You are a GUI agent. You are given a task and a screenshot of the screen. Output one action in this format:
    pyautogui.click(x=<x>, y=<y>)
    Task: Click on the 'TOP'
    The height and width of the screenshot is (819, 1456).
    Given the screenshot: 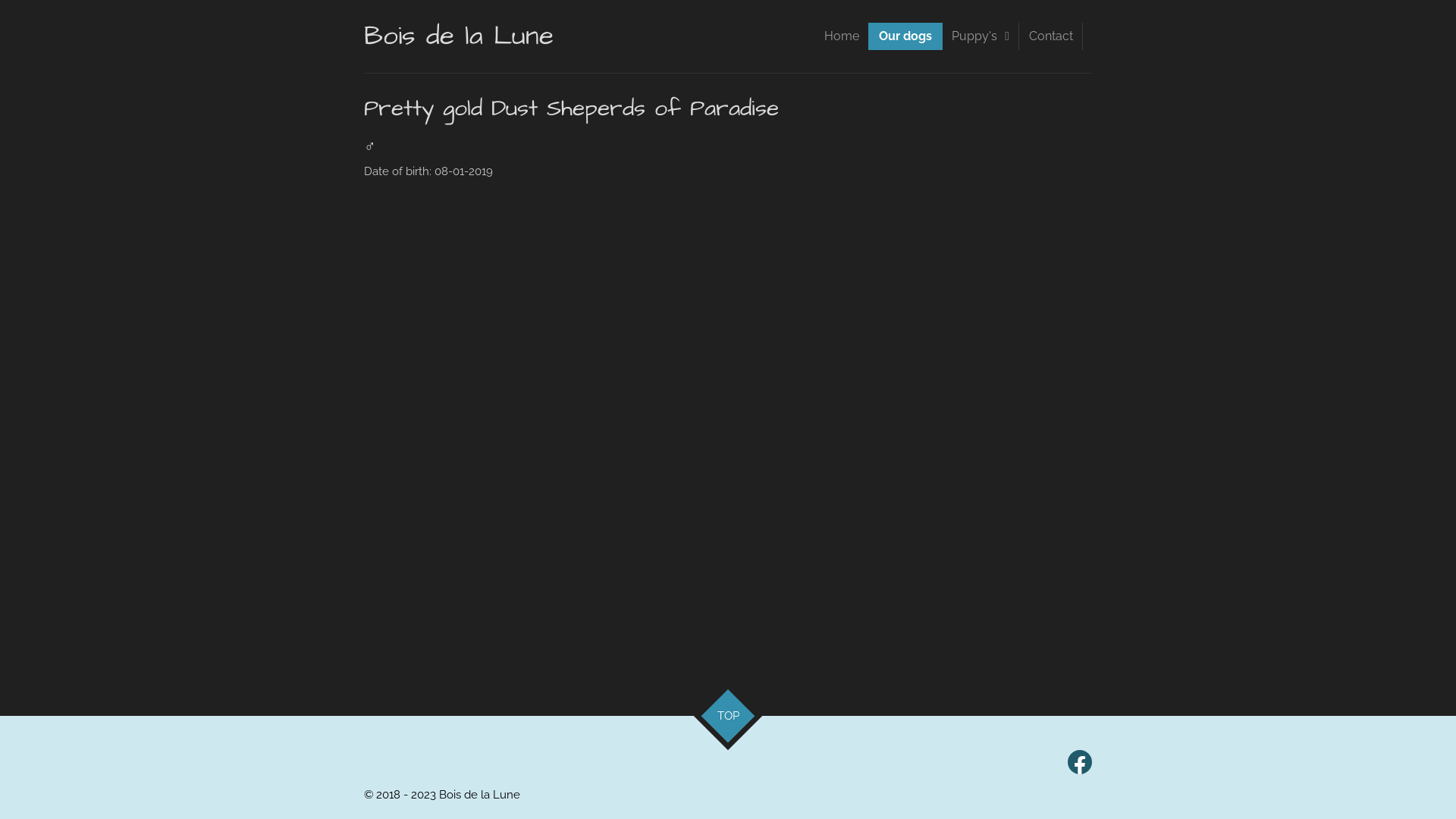 What is the action you would take?
    pyautogui.click(x=720, y=708)
    